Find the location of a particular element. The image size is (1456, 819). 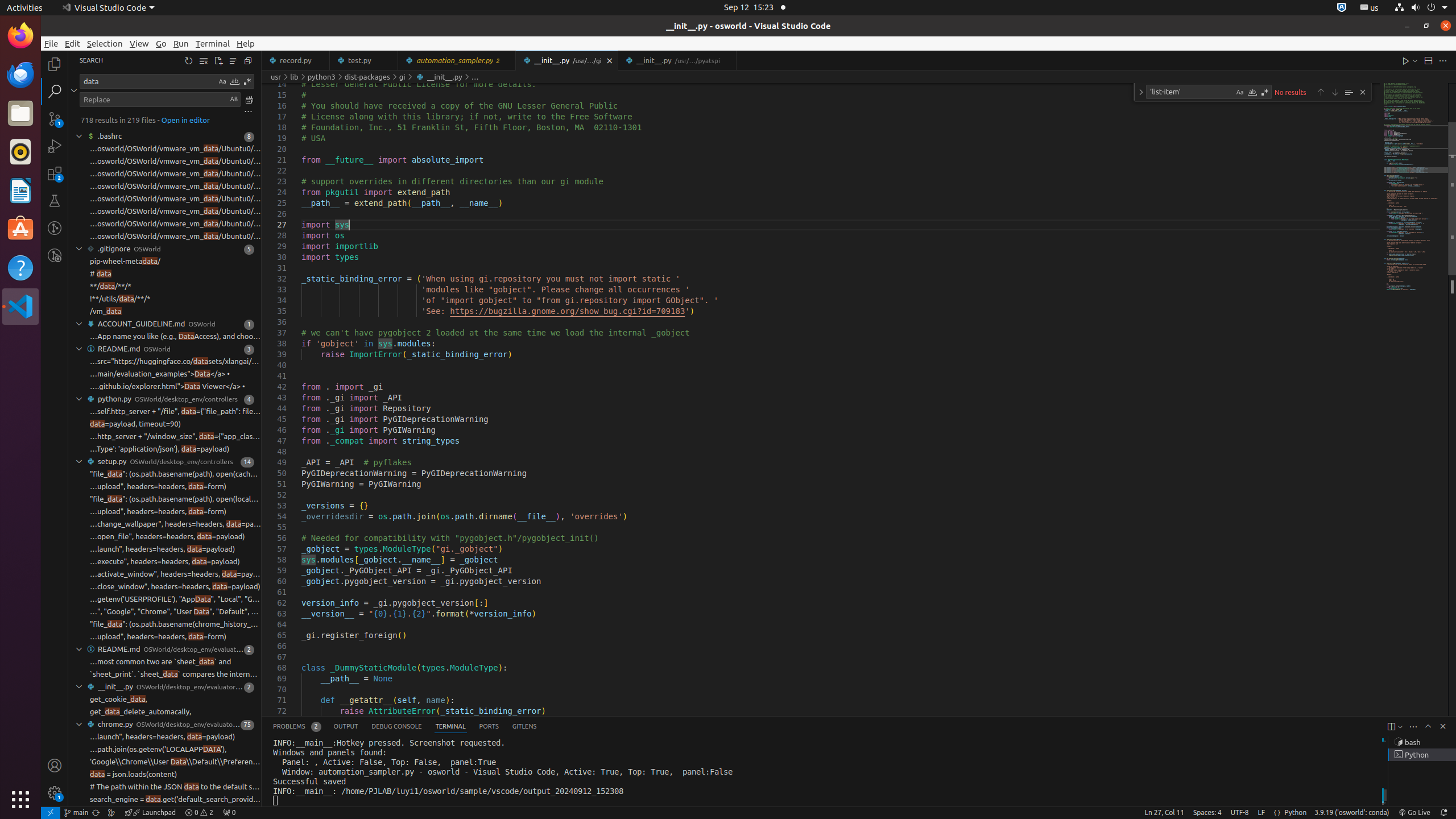

'' response = requests.post(self.http_server + "/setup" + "/close_window", headers=headers, data=payload)' is located at coordinates (164, 586).